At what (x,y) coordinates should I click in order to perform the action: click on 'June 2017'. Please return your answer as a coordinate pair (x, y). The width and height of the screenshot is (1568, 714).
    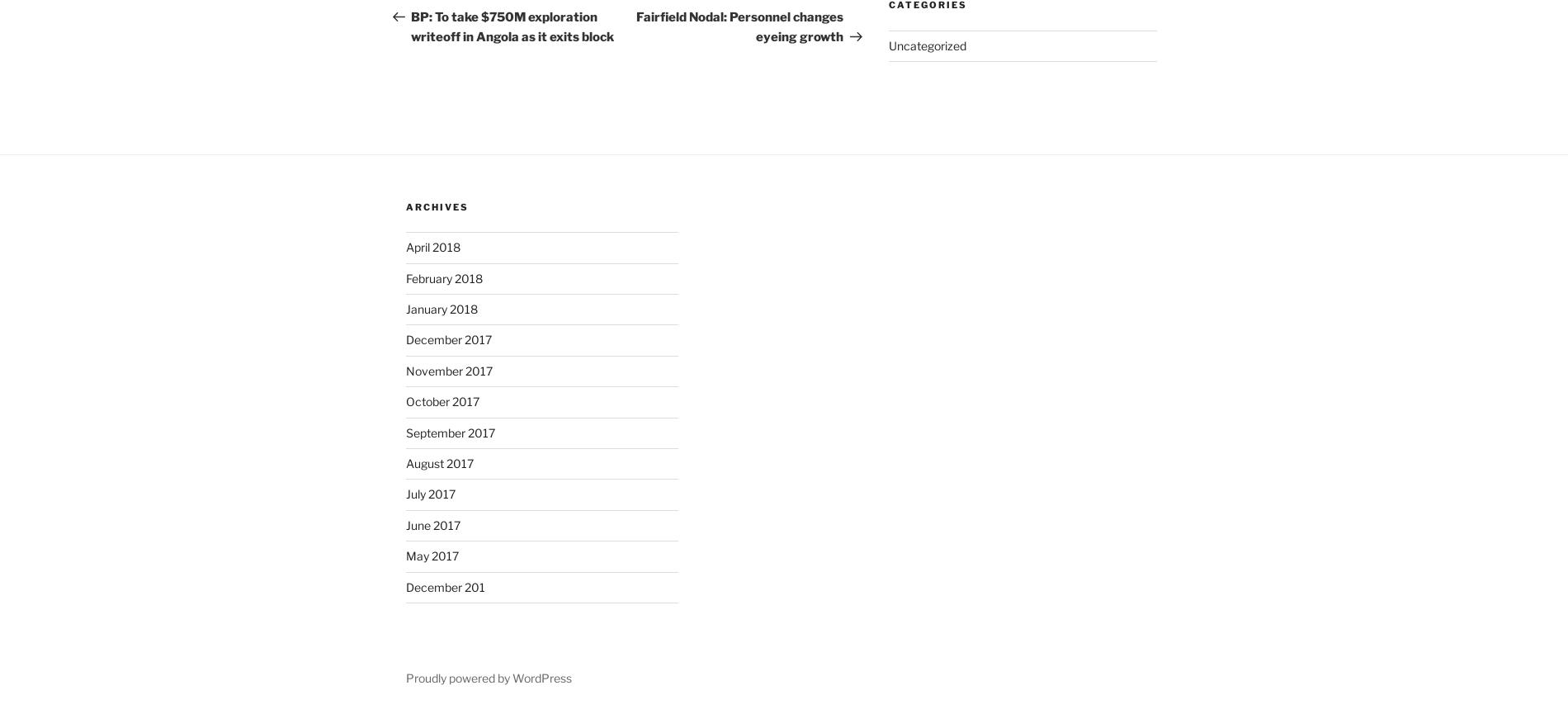
    Looking at the image, I should click on (432, 524).